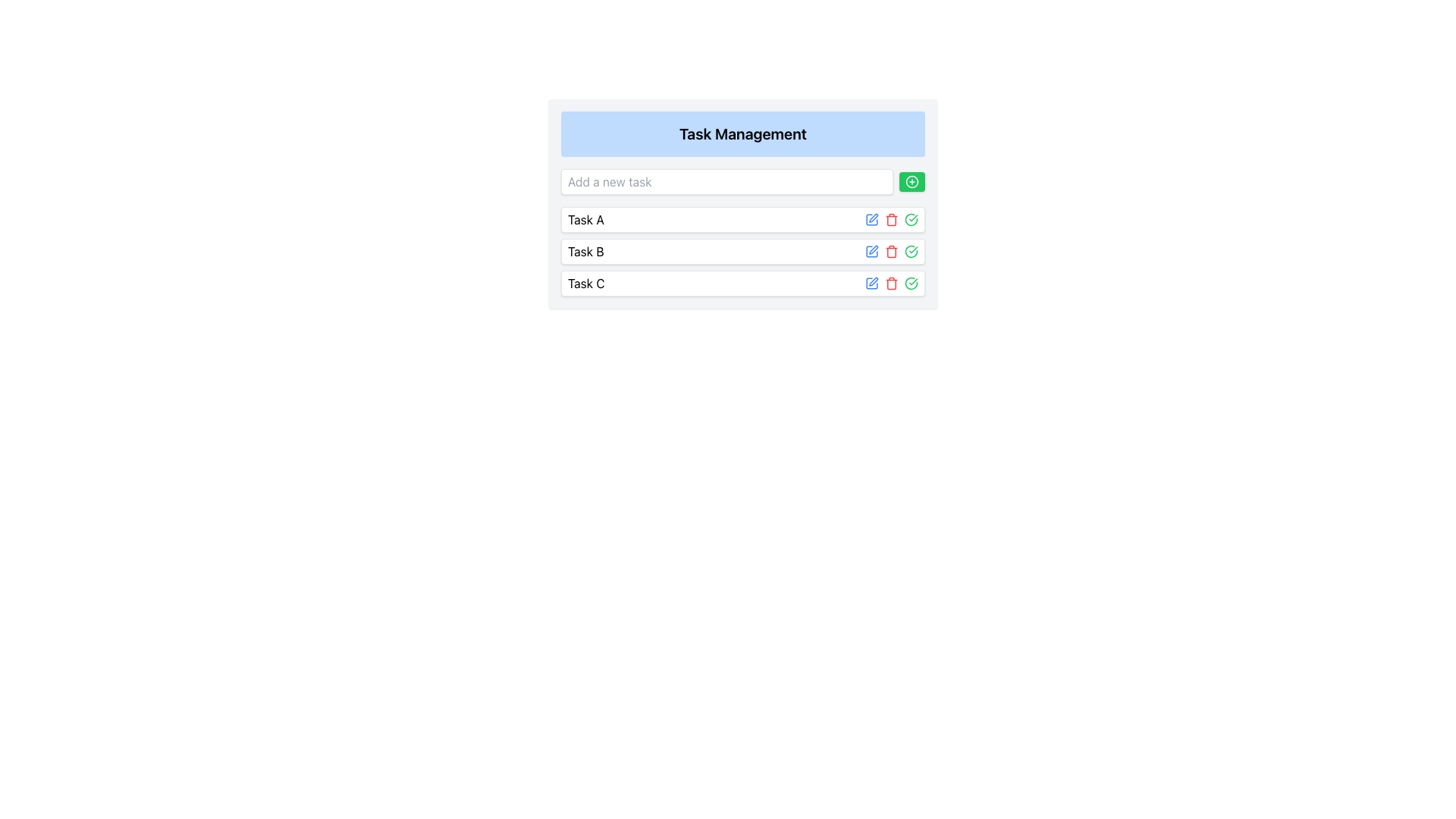  Describe the element at coordinates (912, 180) in the screenshot. I see `the circular icon button with a plus sign, surrounded by a green background, located to the far right of the 'Add a new task' input box` at that location.